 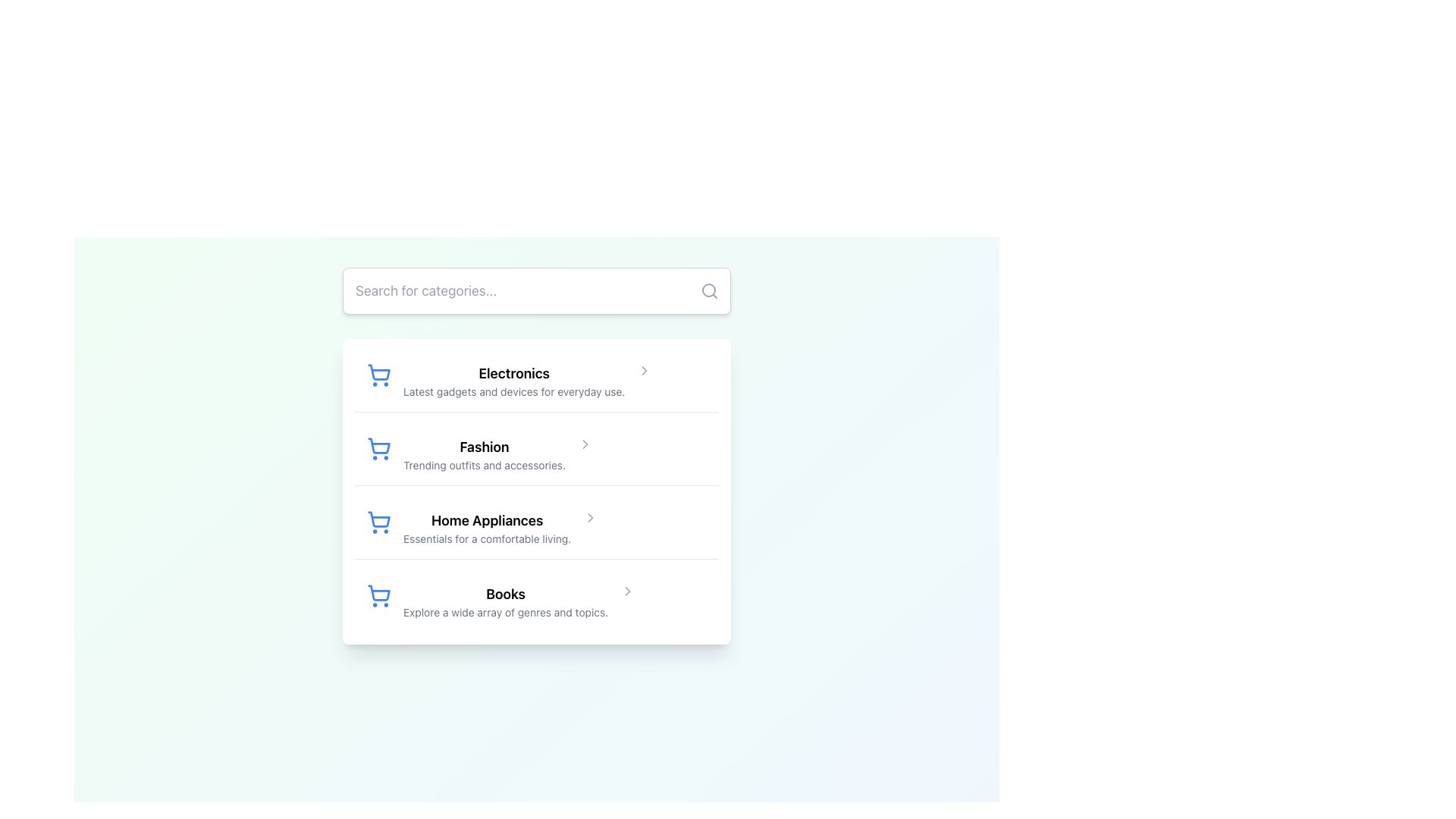 What do you see at coordinates (487, 528) in the screenshot?
I see `the 'Home Appliances' text label, which features a bolded title and a subtitle, located in the vertical list of categories between 'Fashion' and 'Books'` at bounding box center [487, 528].